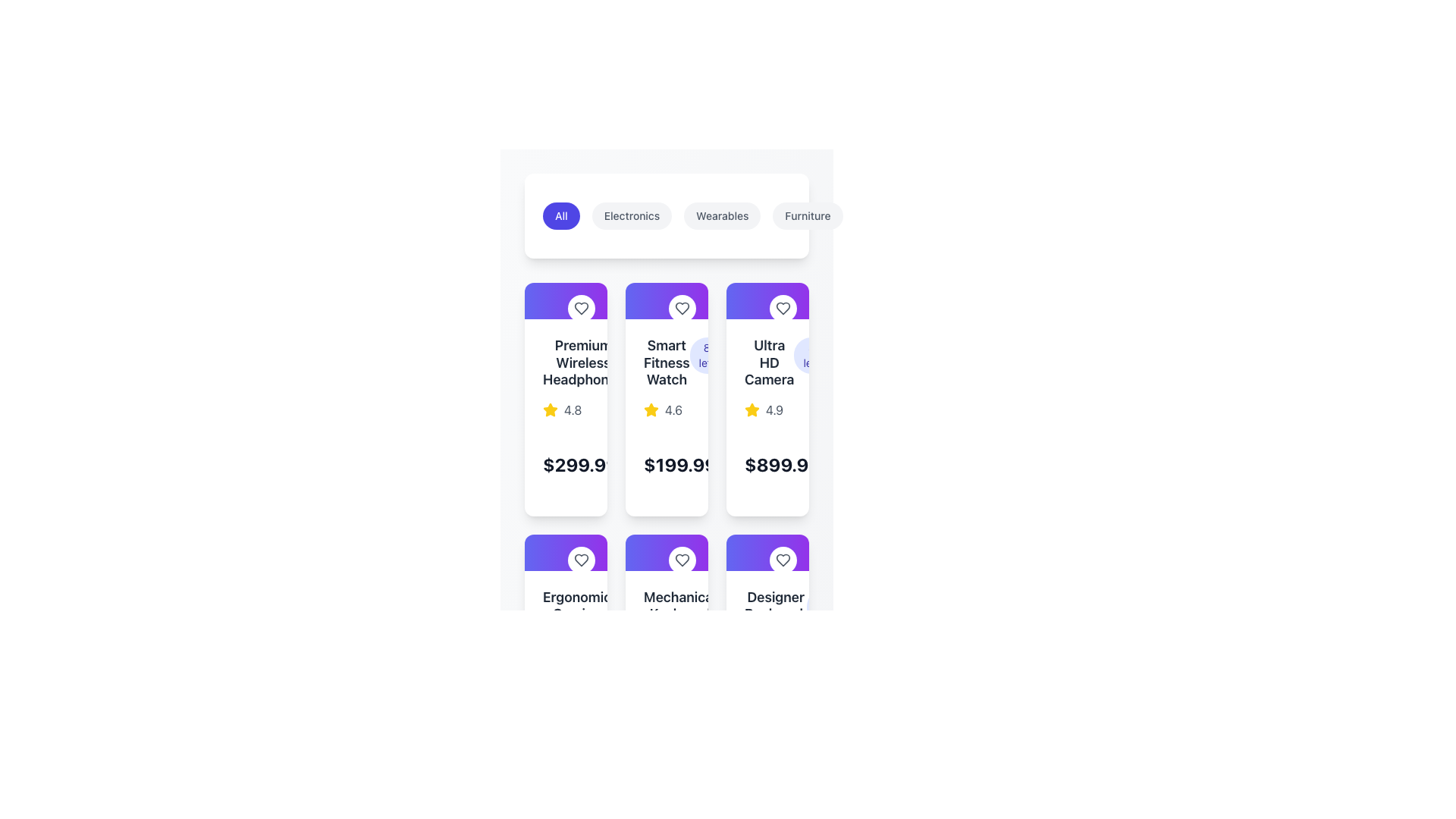 The image size is (1456, 819). Describe the element at coordinates (667, 463) in the screenshot. I see `the price Text label located below the star rating and product title 'Smart Fitness Watch', which is centered horizontally in the card structure` at that location.